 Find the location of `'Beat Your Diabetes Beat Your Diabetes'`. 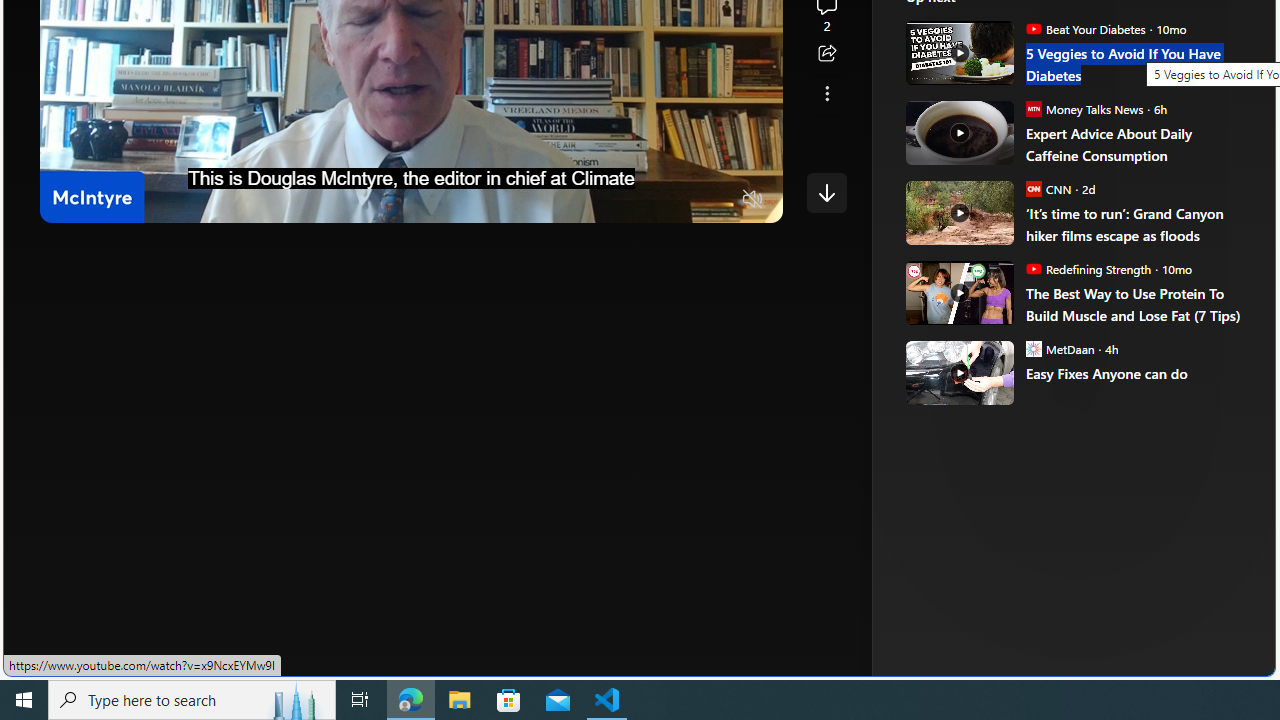

'Beat Your Diabetes Beat Your Diabetes' is located at coordinates (1084, 28).